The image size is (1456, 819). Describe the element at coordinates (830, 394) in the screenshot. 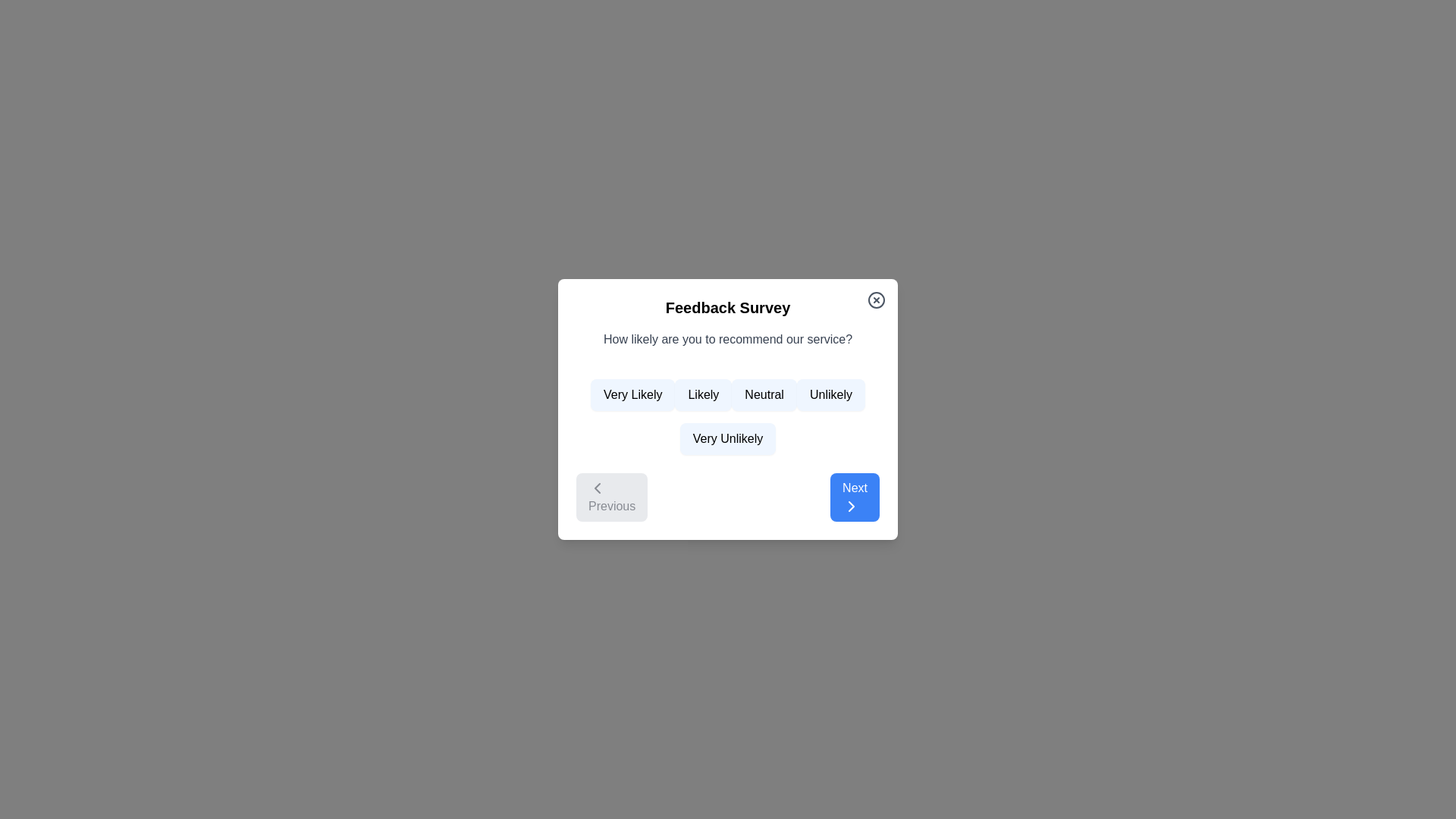

I see `the 'Unlikely' button, which is the fourth button in a group of feedback options` at that location.